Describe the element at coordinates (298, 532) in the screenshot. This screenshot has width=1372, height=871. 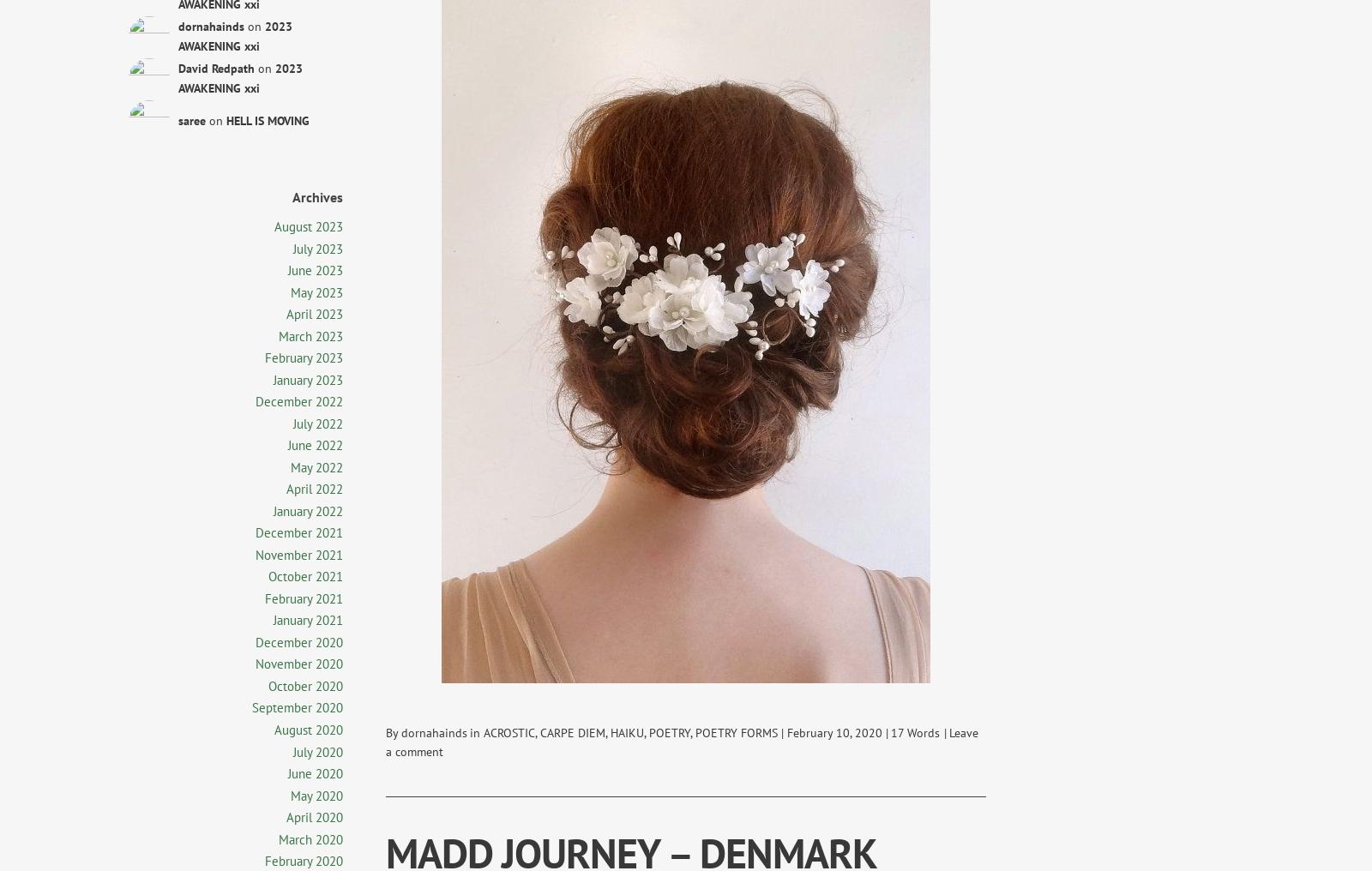
I see `'December 2021'` at that location.